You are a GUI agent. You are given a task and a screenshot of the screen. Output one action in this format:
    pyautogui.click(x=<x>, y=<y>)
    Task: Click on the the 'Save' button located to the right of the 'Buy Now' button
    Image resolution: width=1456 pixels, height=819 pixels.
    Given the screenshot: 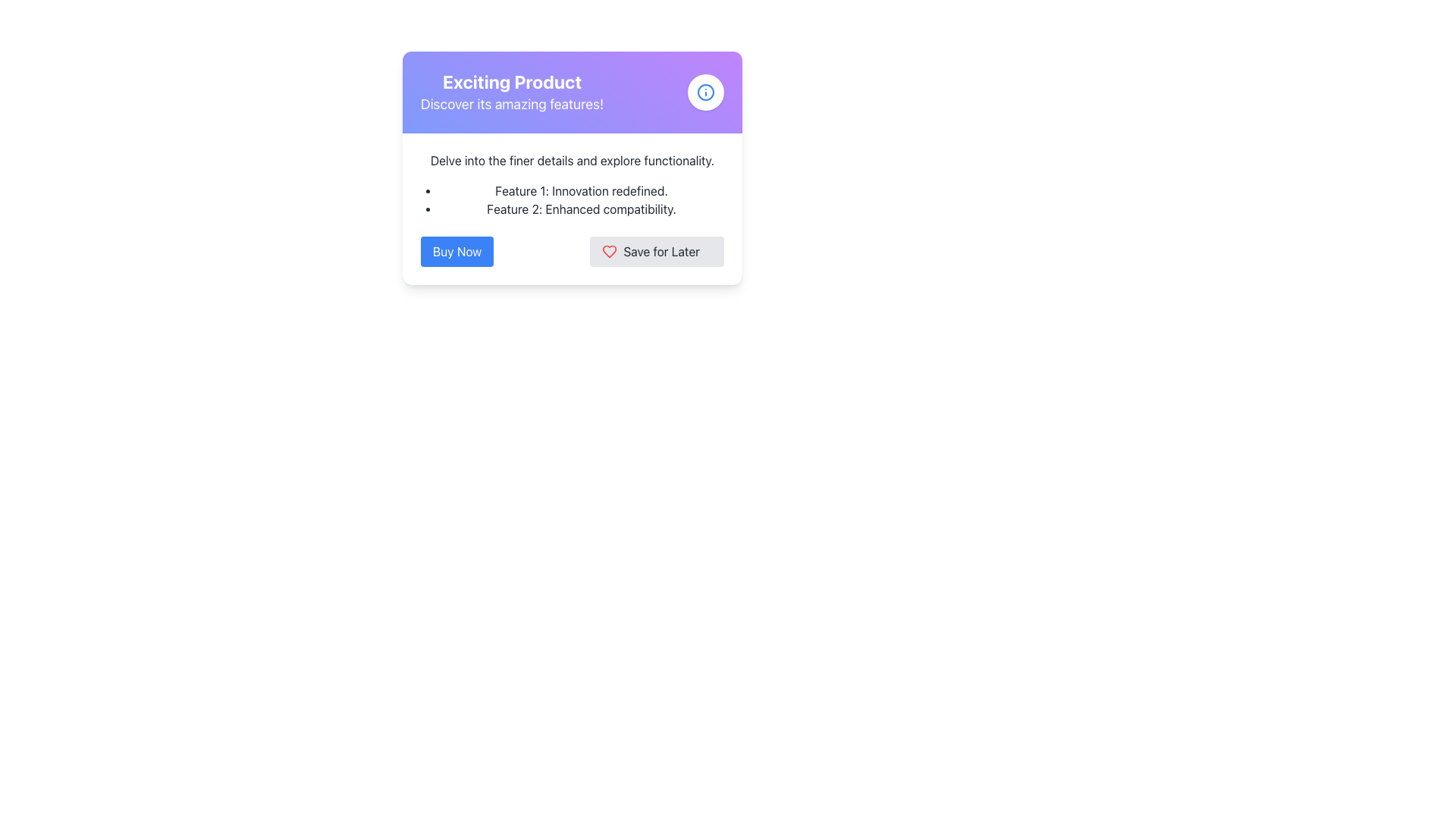 What is the action you would take?
    pyautogui.click(x=657, y=250)
    